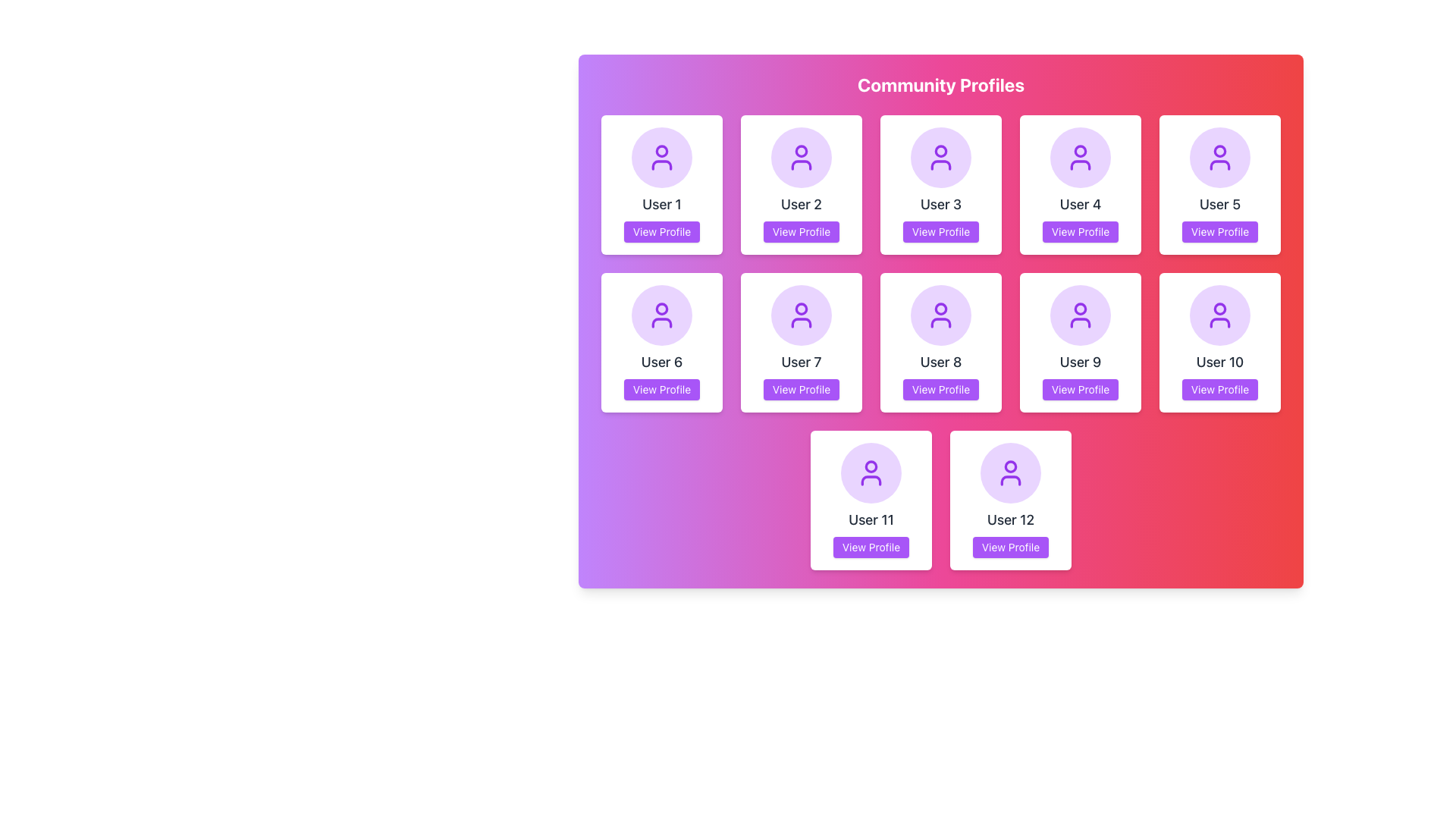 This screenshot has height=819, width=1456. I want to click on the User Icon Graphic, which is a bold purple outlined circular avatar representing 'User 7', located in the center row, second from the left, so click(800, 315).